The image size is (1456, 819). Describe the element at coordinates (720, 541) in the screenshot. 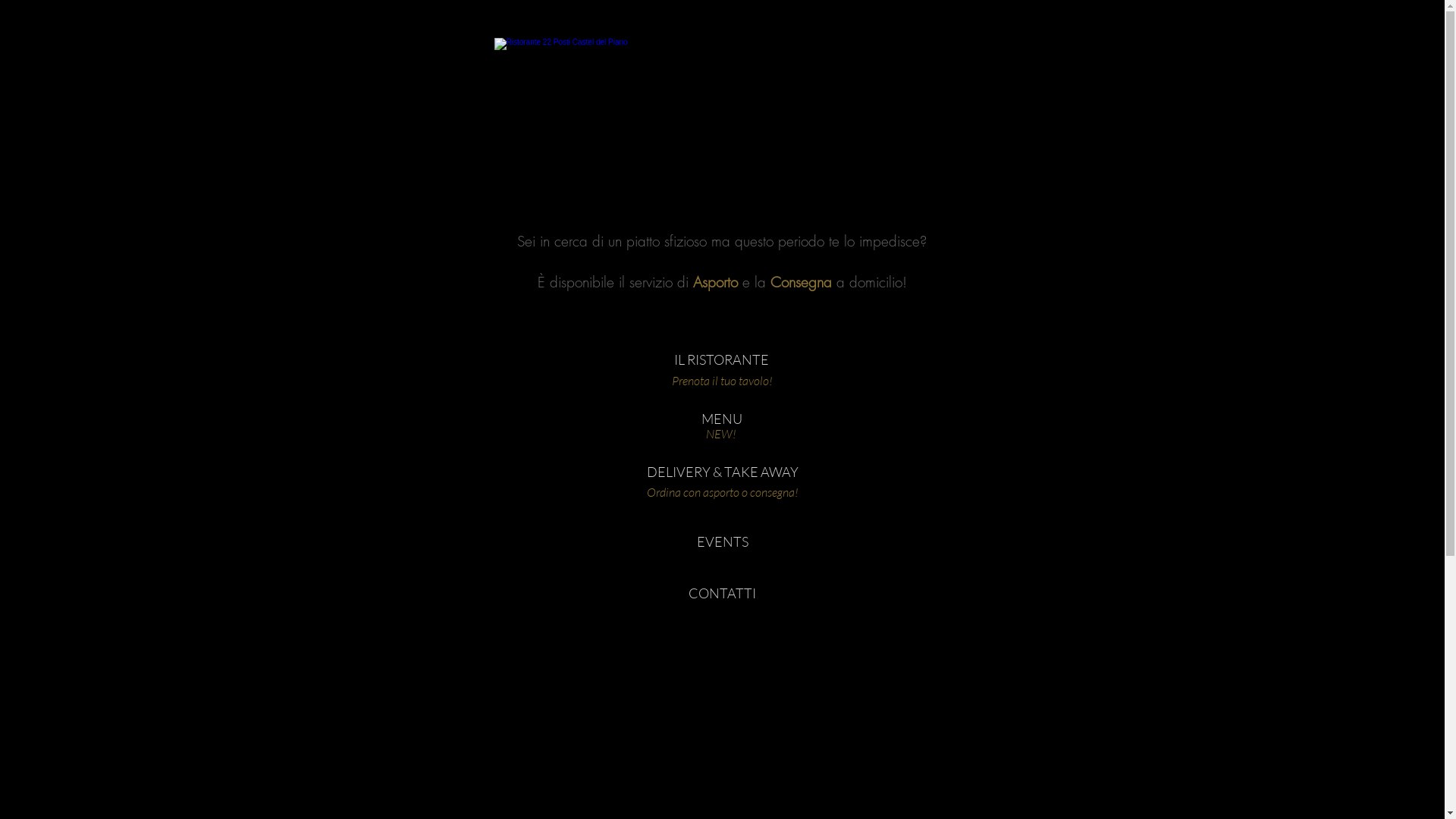

I see `'EVENTS'` at that location.